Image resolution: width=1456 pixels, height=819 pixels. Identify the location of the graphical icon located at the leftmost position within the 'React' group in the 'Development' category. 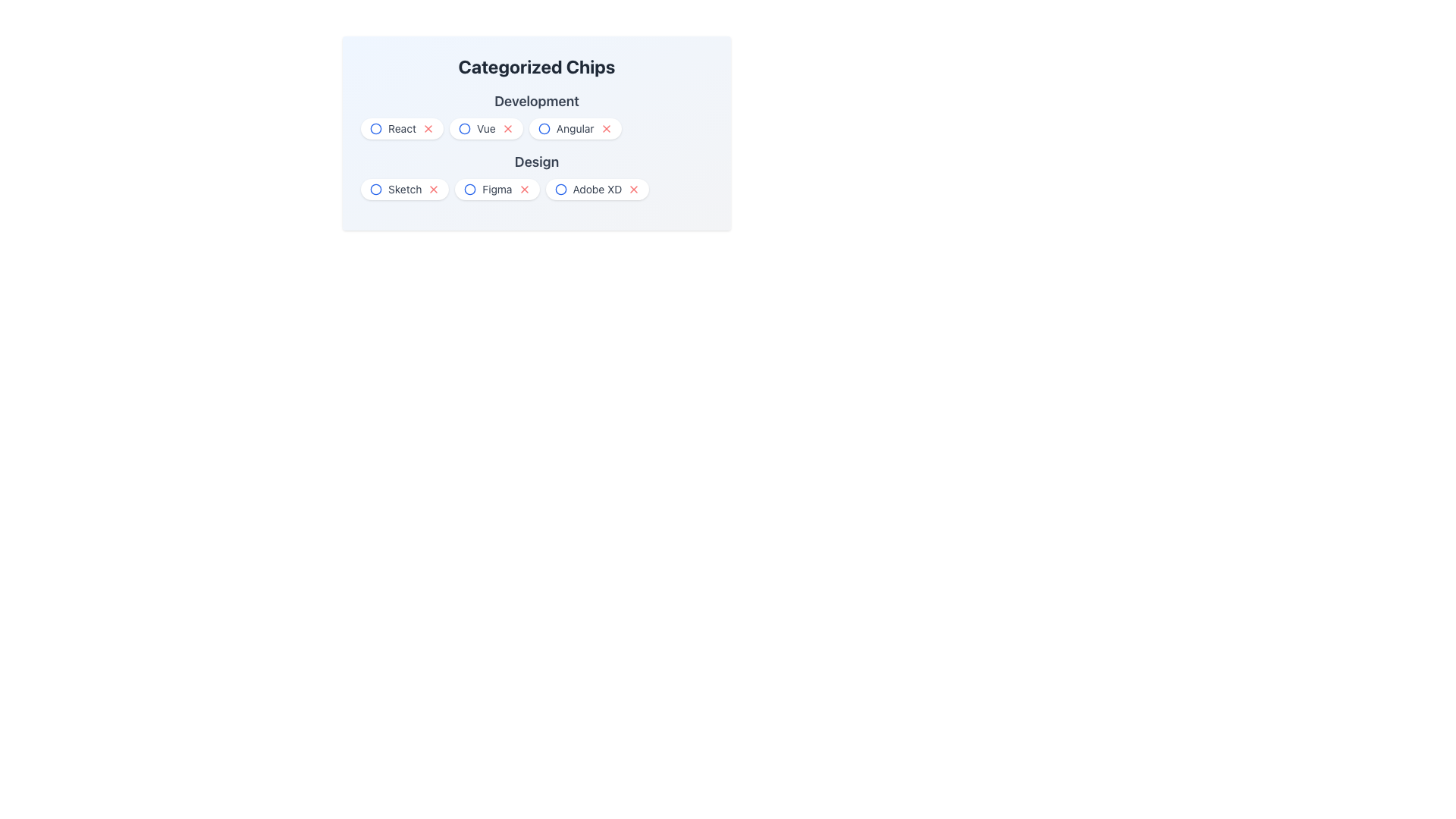
(375, 127).